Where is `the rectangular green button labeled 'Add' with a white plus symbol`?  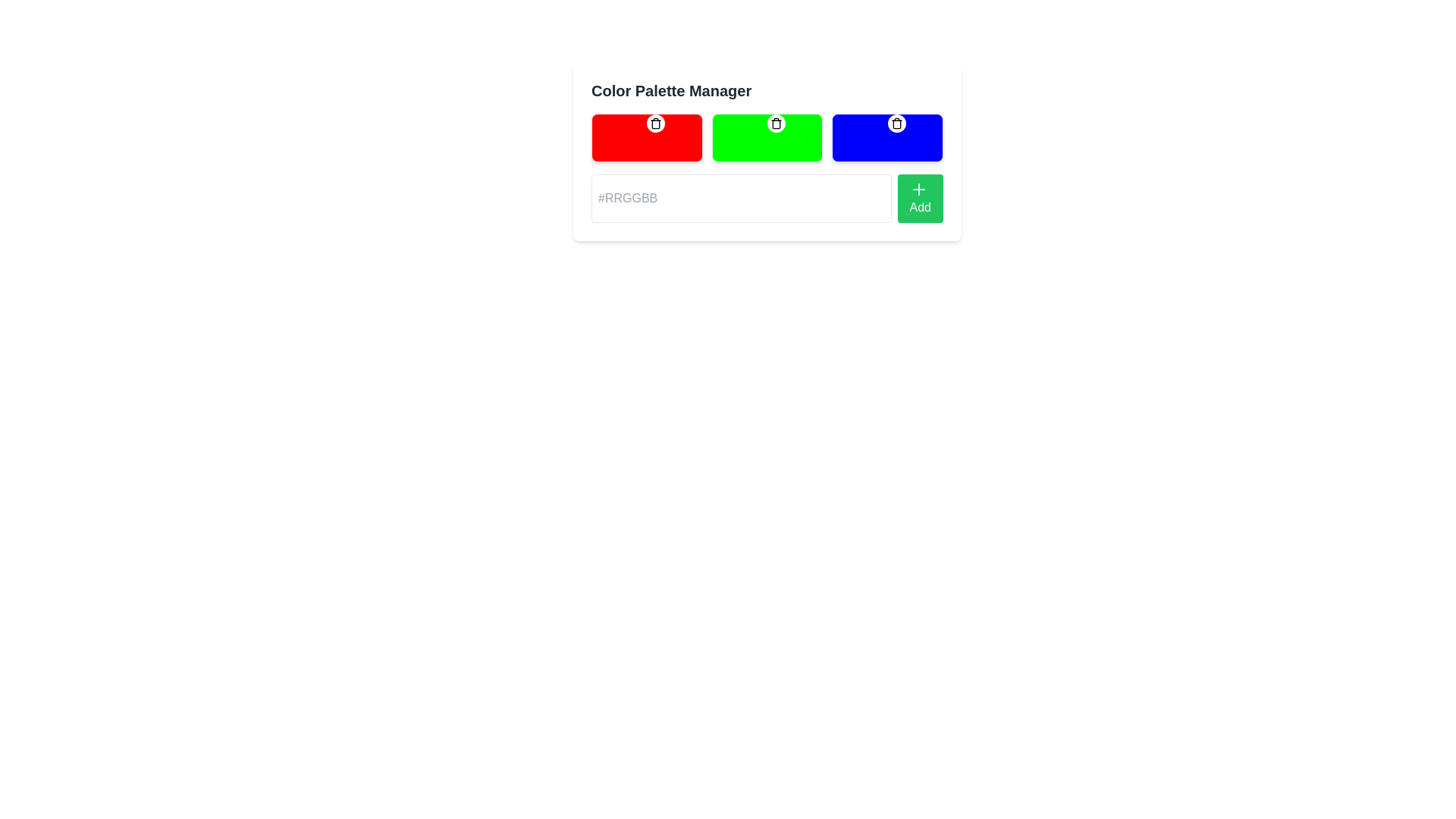 the rectangular green button labeled 'Add' with a white plus symbol is located at coordinates (919, 198).